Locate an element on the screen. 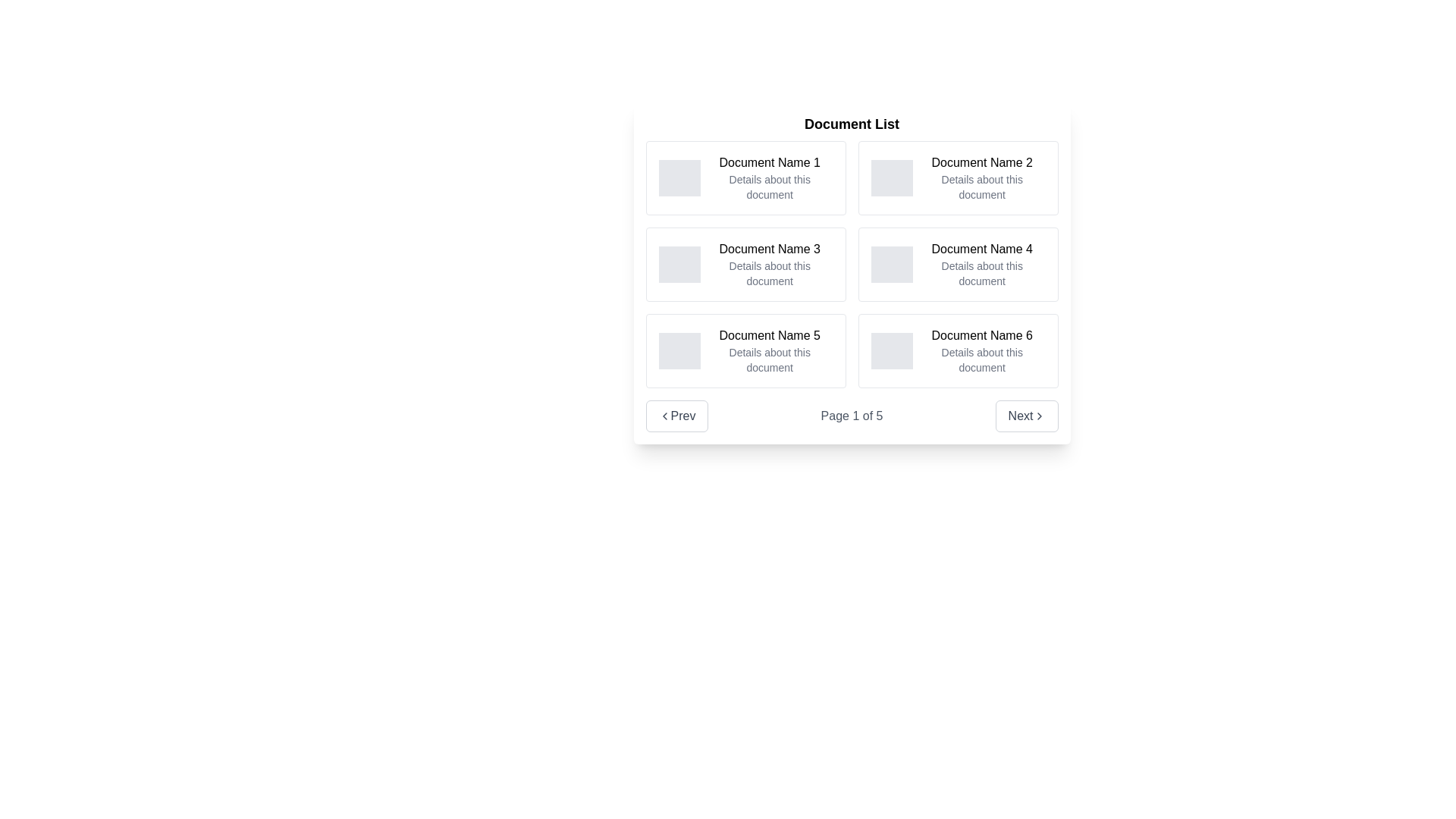  the text label displaying 'Page 1 of 5', which is located between the 'Prev' and 'Next' buttons in the pagination controls is located at coordinates (852, 416).